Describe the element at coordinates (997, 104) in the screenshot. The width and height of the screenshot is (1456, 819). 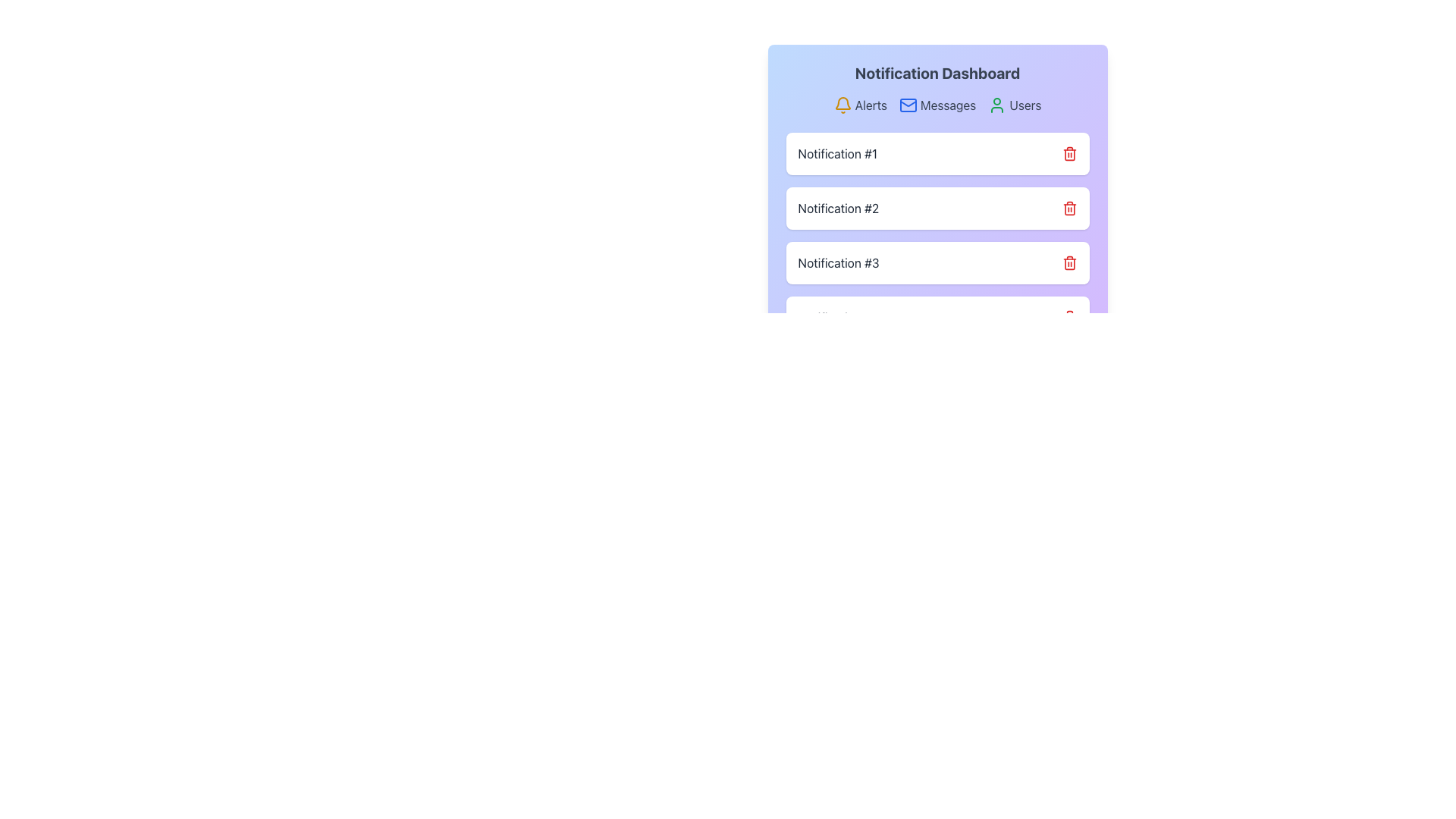
I see `the green user pictogram icon located in the navigation bar next to the text 'Users'` at that location.